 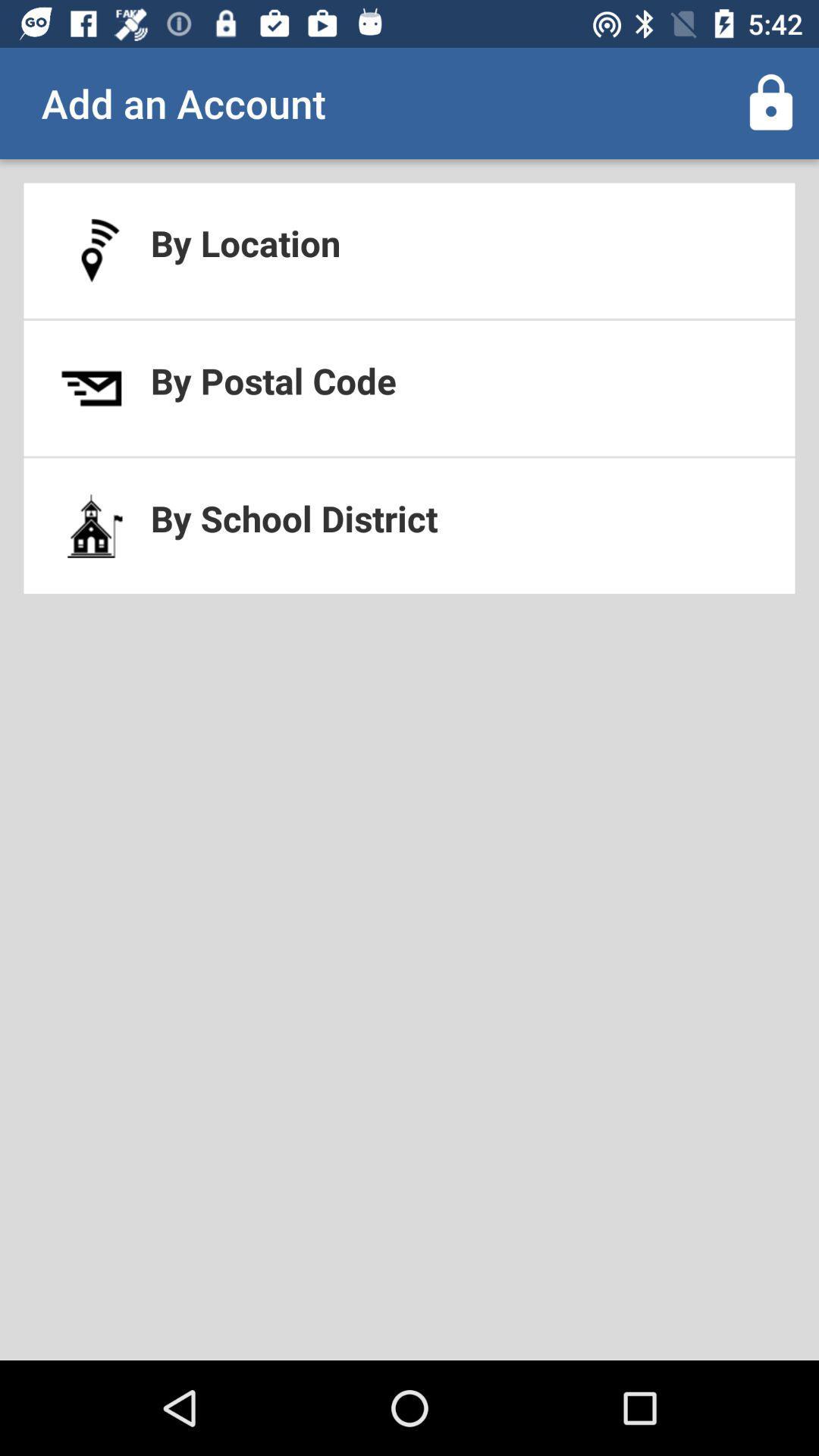 I want to click on the icon below    by location, so click(x=409, y=388).